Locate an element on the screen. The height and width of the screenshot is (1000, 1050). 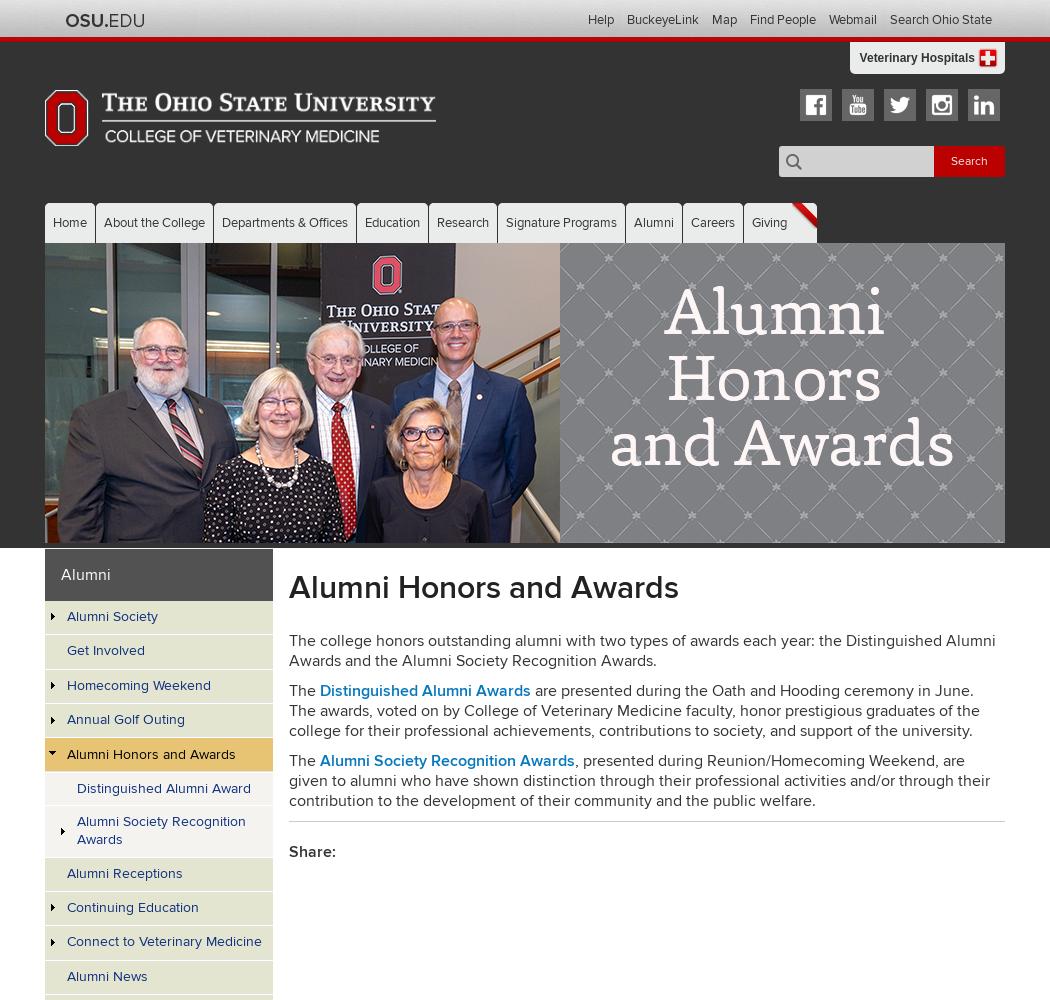
'Distinguished Alumni Award' is located at coordinates (162, 787).